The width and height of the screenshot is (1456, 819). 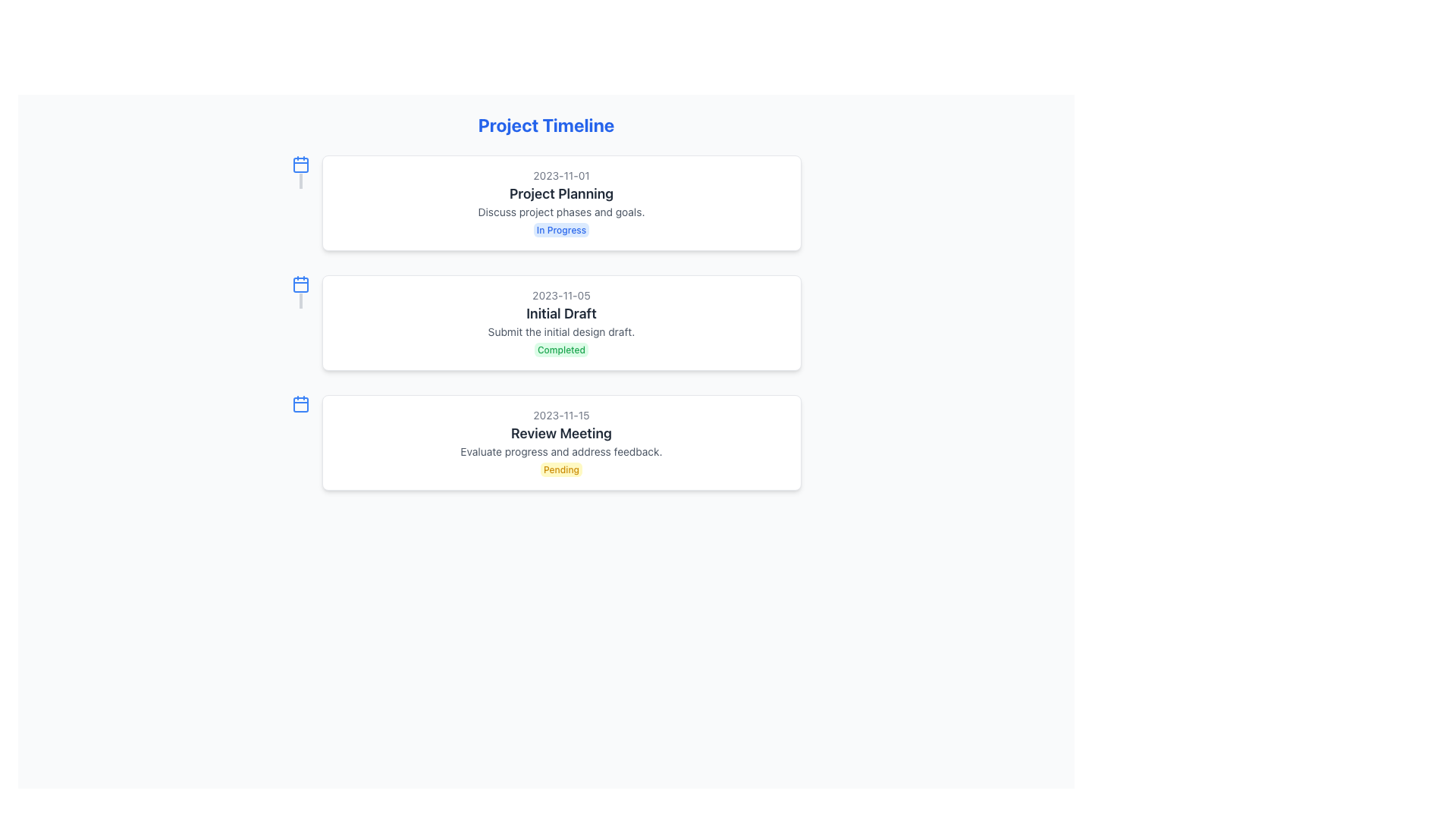 What do you see at coordinates (560, 442) in the screenshot?
I see `the Informational Card displaying the date '2023-11-15' and the title 'Review Meeting', which is the third card in the vertical list of project timeline entries` at bounding box center [560, 442].